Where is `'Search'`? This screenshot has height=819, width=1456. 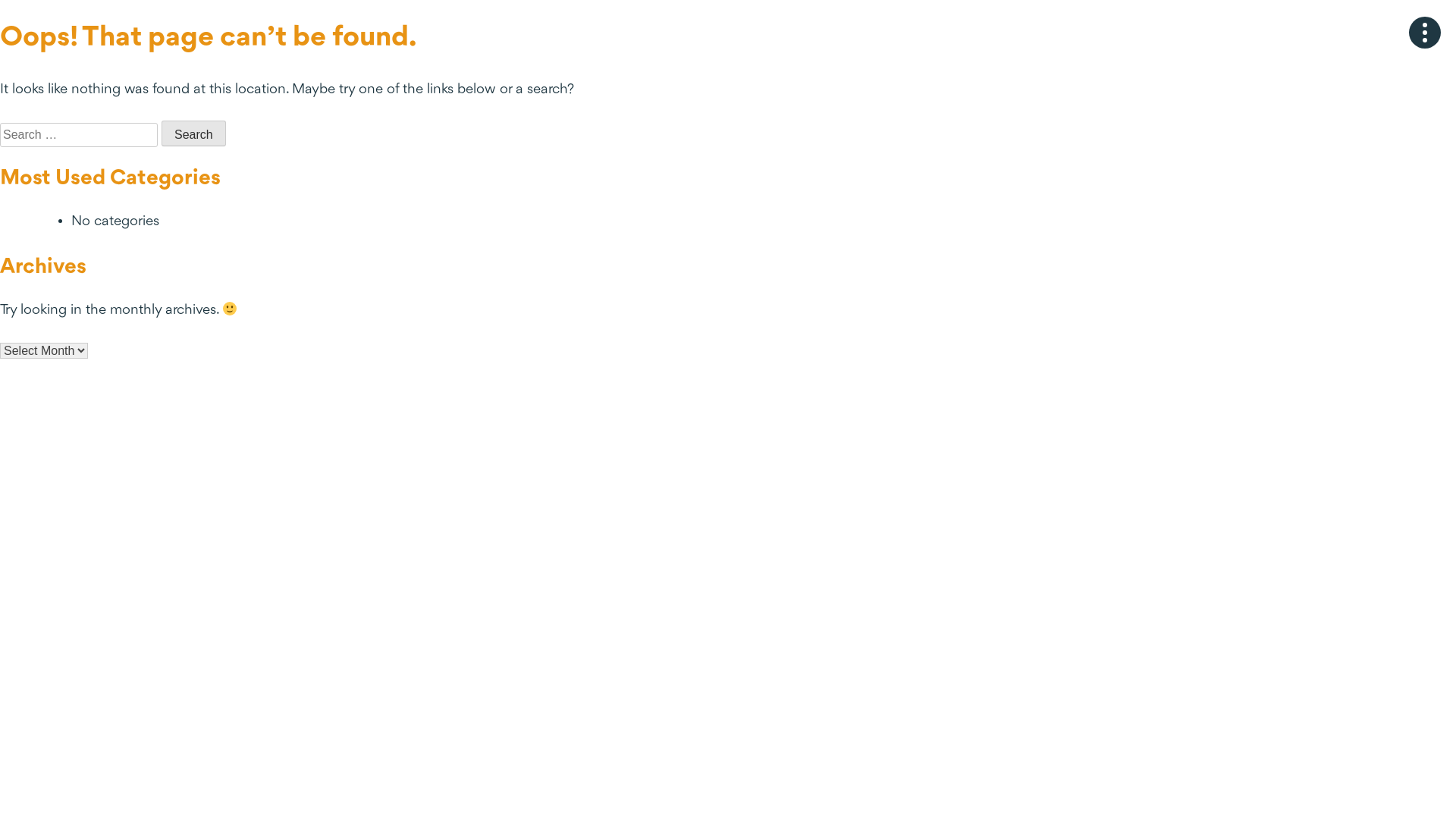 'Search' is located at coordinates (193, 133).